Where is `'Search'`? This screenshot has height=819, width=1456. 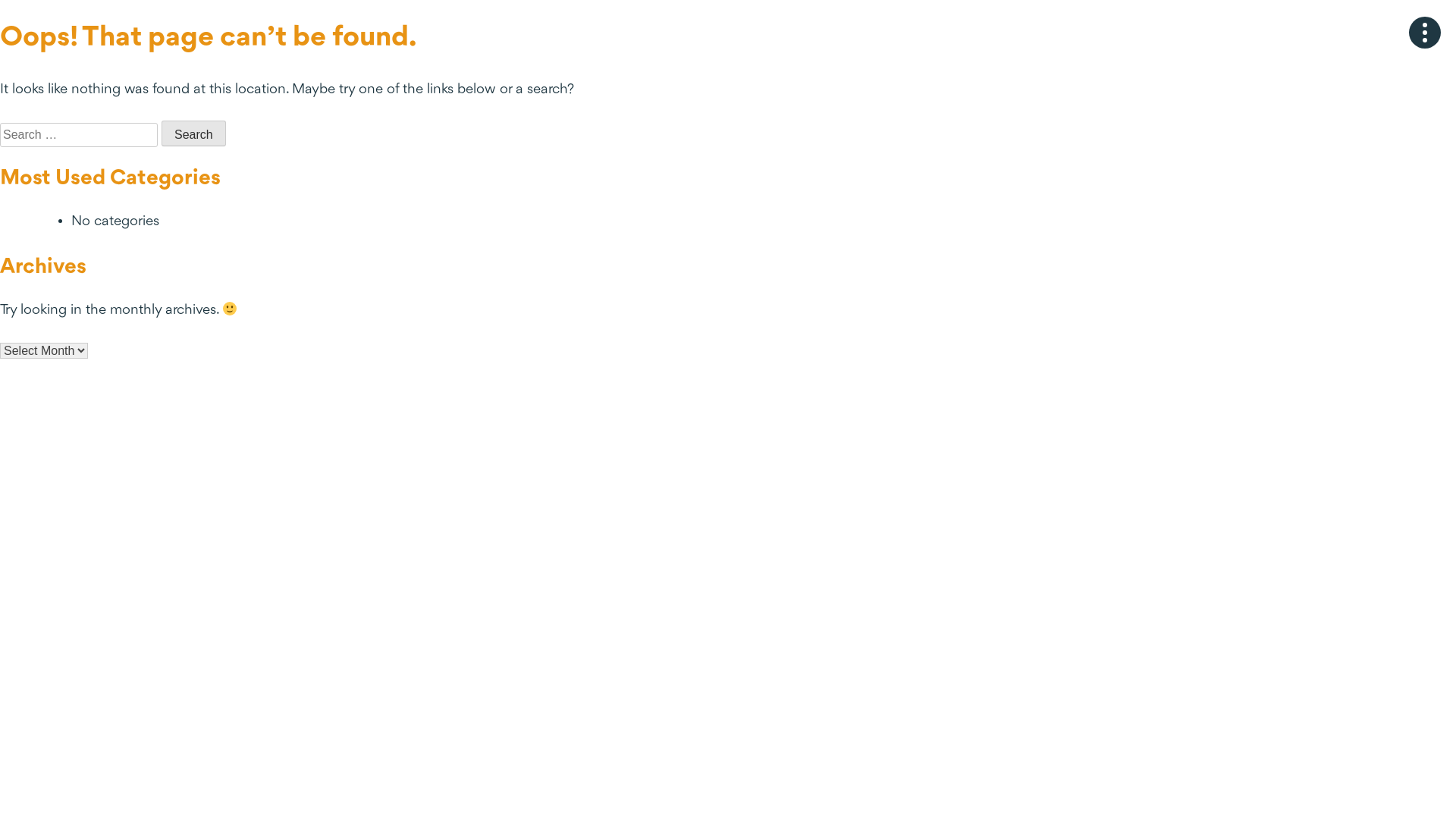 'Search' is located at coordinates (193, 133).